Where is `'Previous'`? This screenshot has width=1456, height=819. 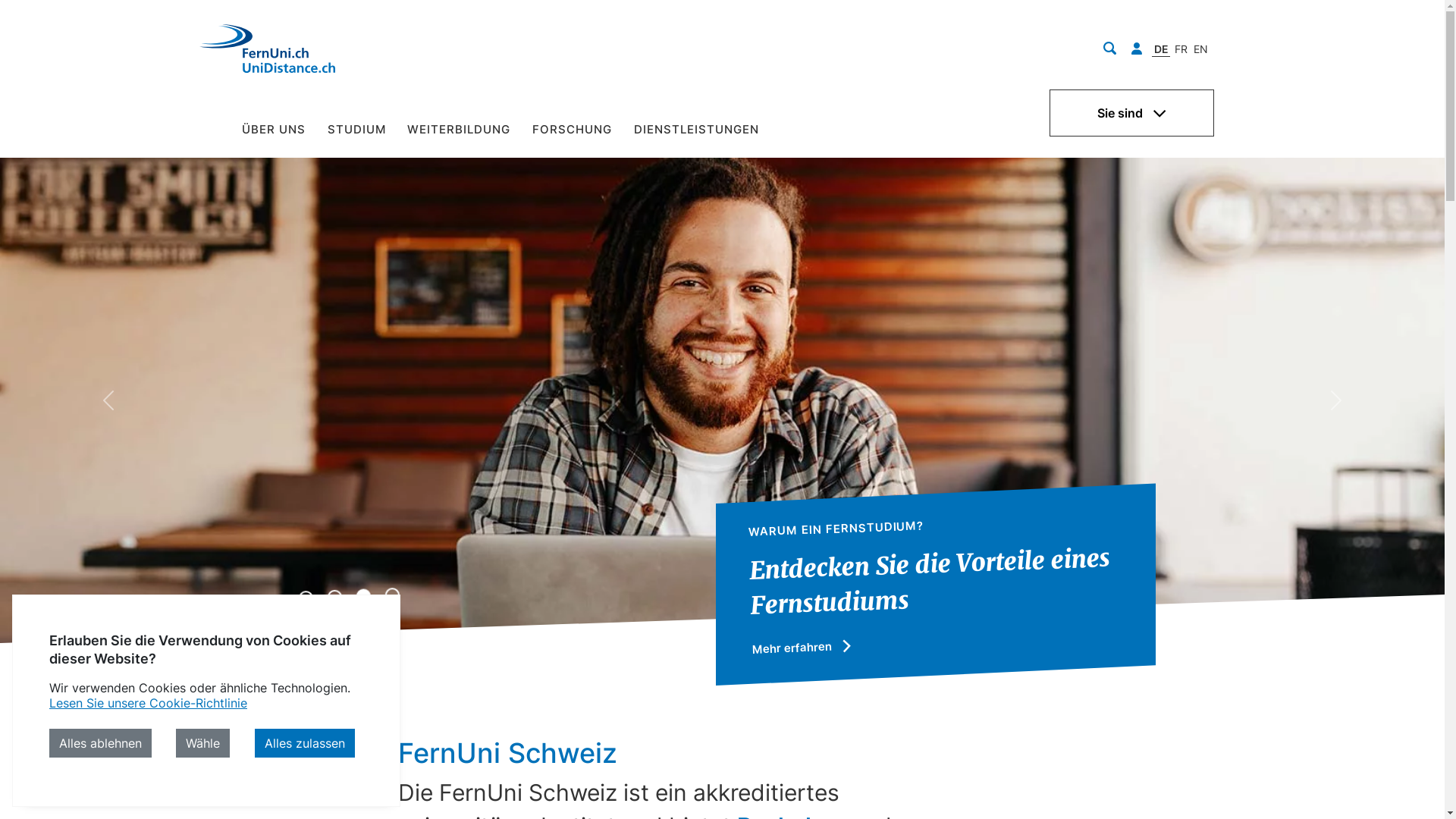
'Previous' is located at coordinates (108, 400).